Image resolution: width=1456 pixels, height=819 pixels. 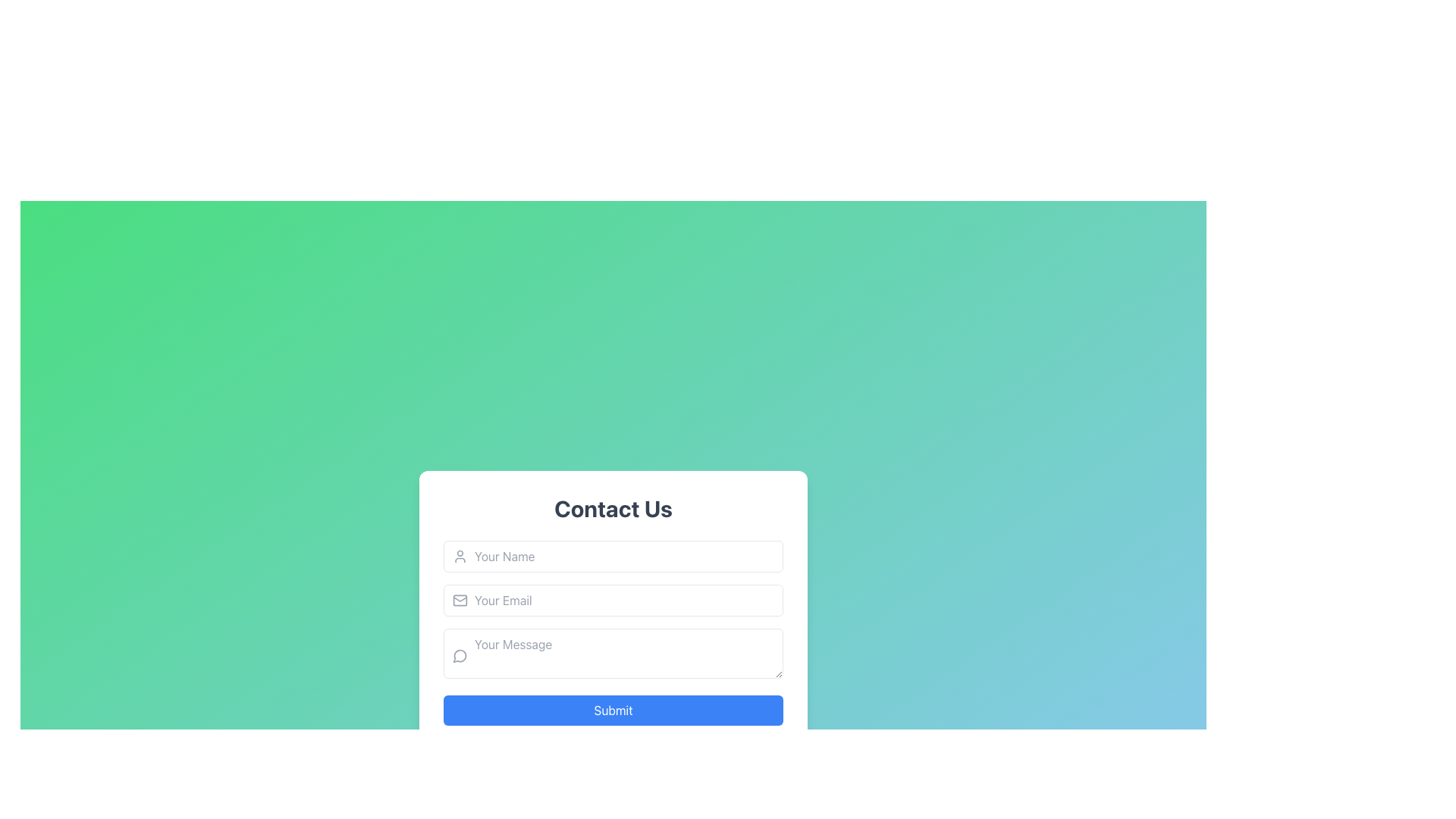 What do you see at coordinates (459, 655) in the screenshot?
I see `the decorative or functional icon located inside the 'Your Message' input field, adjacent to the input placeholder text` at bounding box center [459, 655].